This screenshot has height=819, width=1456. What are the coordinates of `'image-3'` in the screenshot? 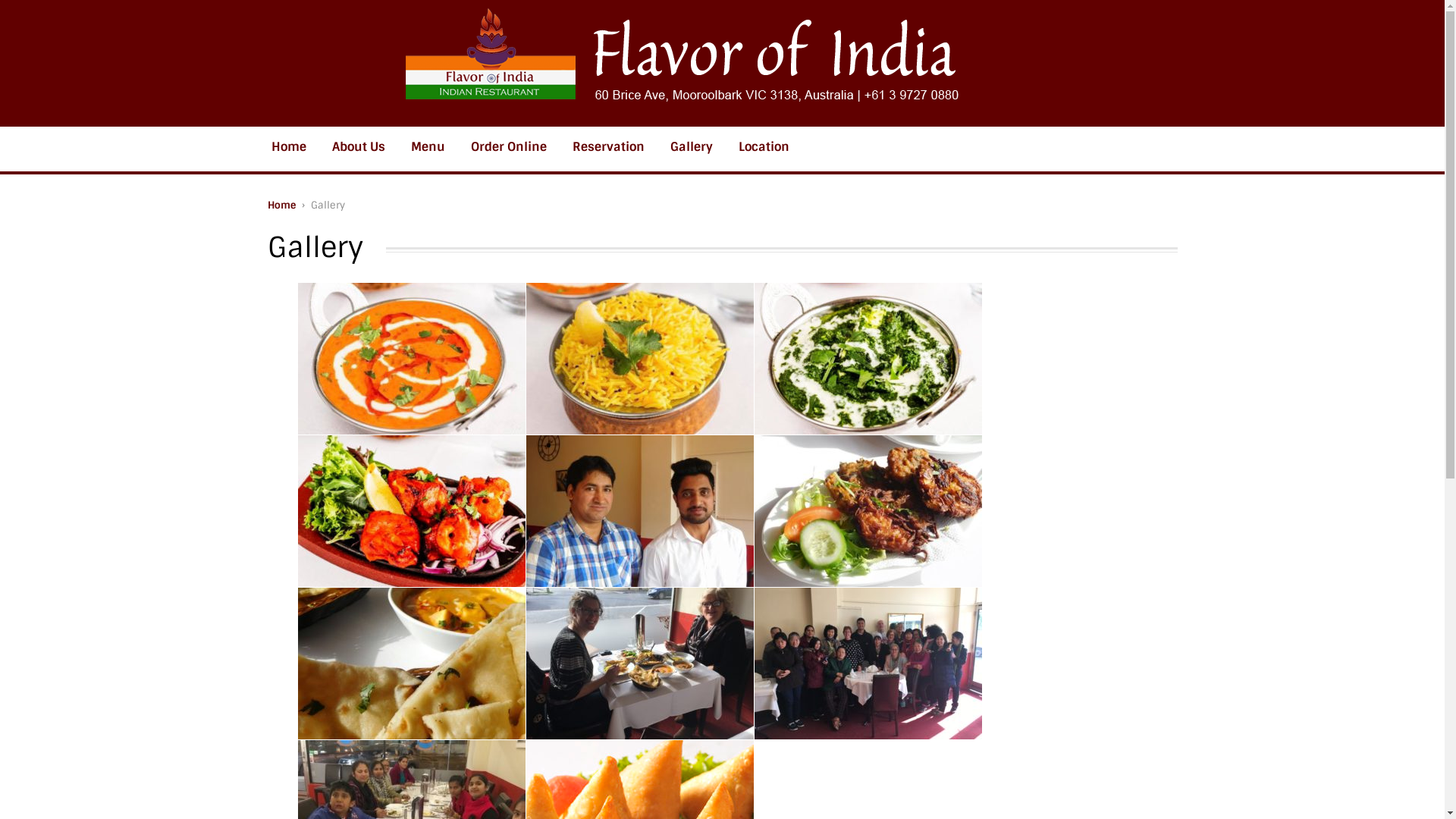 It's located at (867, 359).